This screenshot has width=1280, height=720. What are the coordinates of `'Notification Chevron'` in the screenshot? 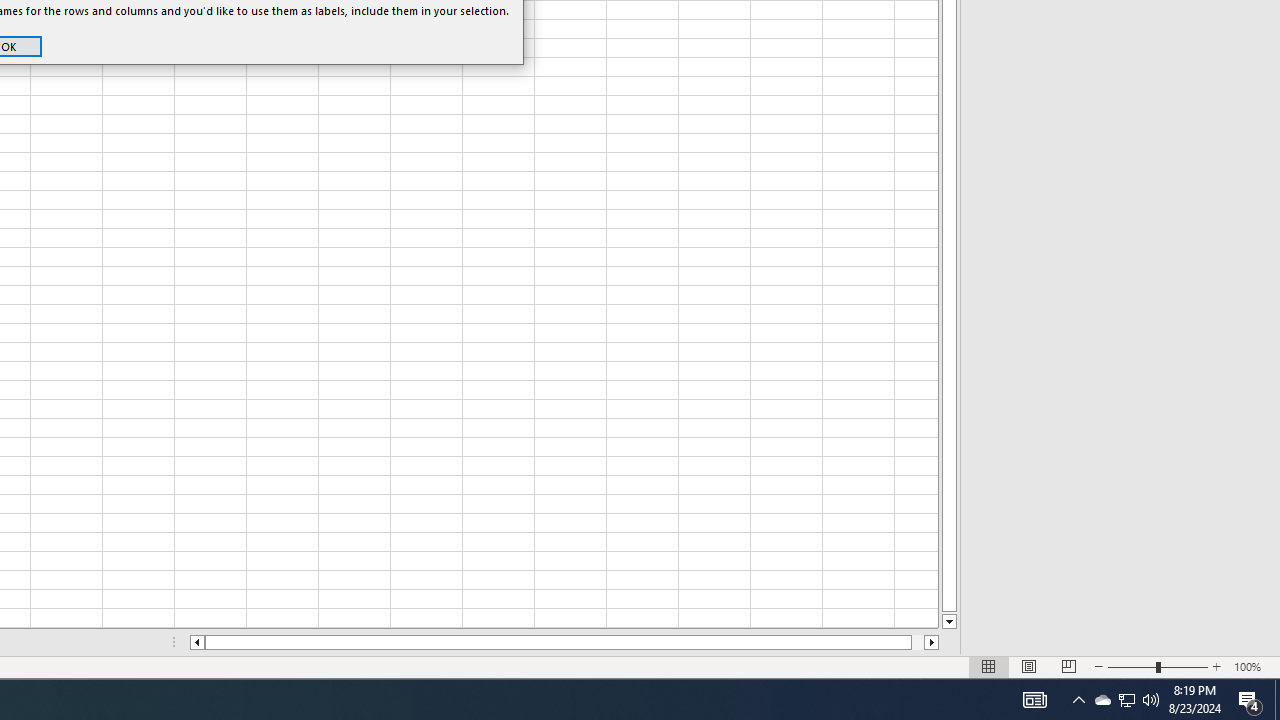 It's located at (1078, 698).